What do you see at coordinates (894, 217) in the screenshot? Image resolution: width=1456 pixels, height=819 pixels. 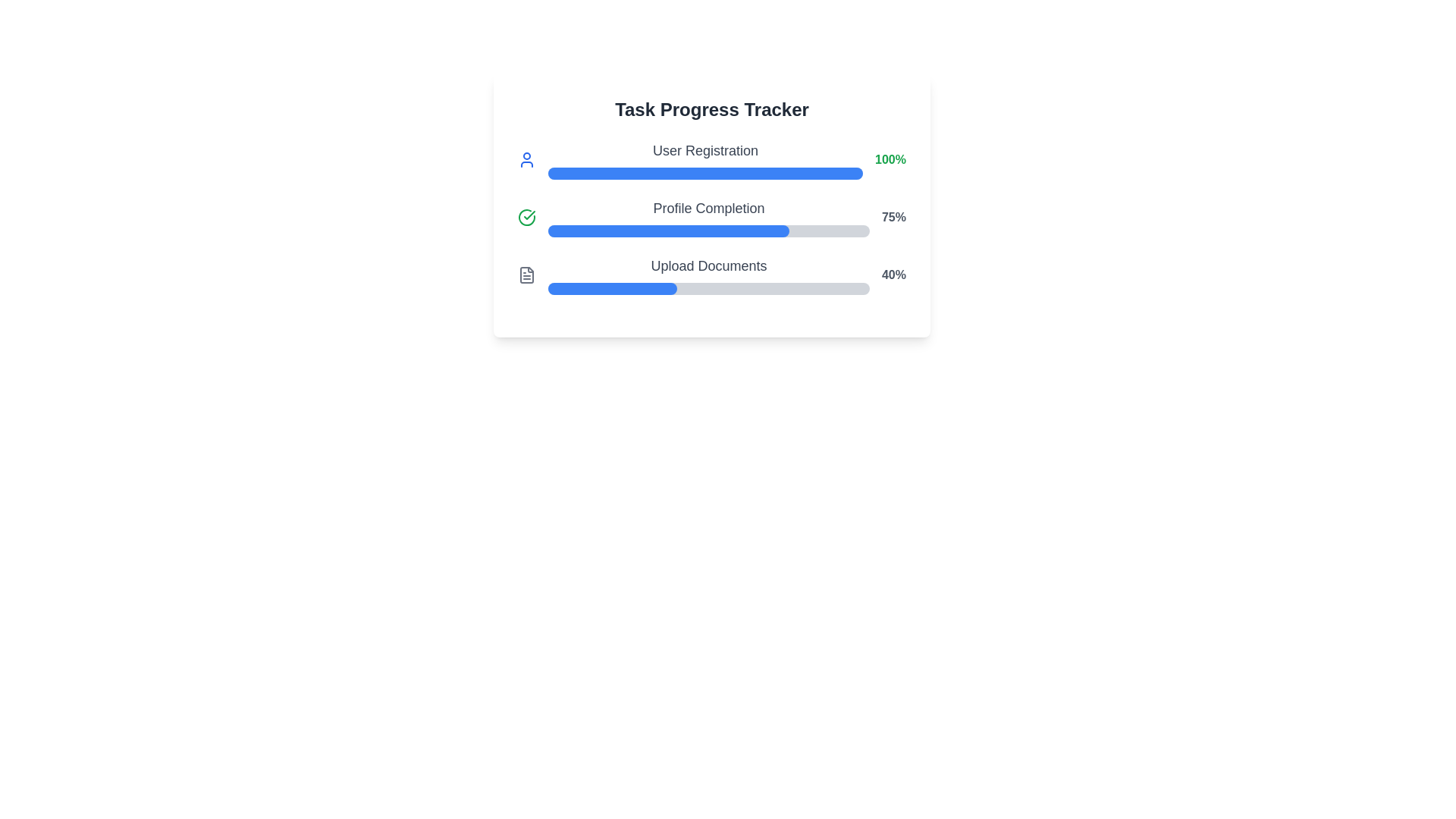 I see `percentage value displayed in the text label showing '75%' that is positioned to the right of the progress bar for 'Profile Completion'` at bounding box center [894, 217].